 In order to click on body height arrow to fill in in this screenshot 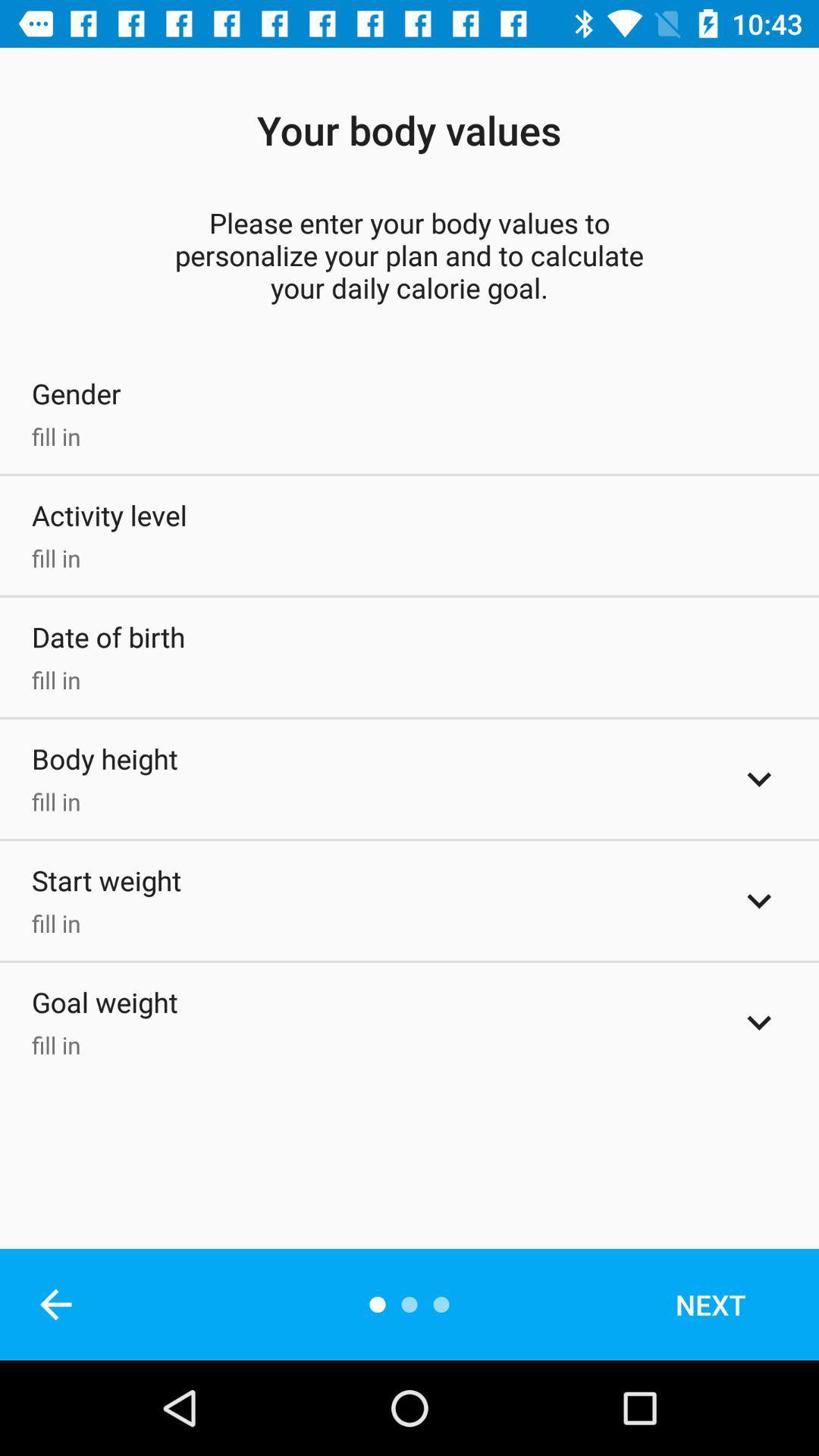, I will do `click(759, 779)`.